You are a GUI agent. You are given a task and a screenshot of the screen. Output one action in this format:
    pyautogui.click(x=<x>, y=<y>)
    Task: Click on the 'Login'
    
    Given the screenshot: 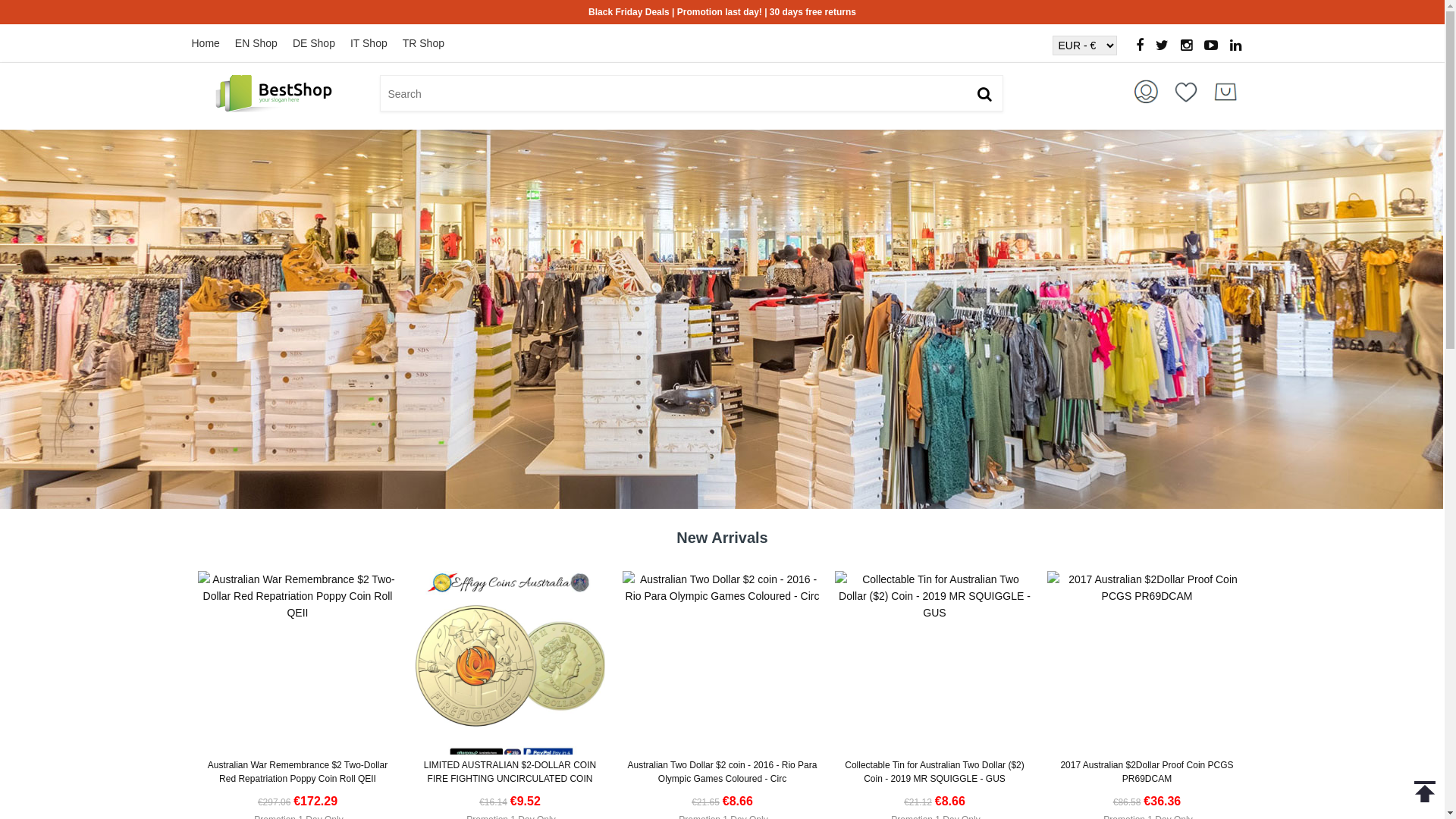 What is the action you would take?
    pyautogui.click(x=1147, y=91)
    